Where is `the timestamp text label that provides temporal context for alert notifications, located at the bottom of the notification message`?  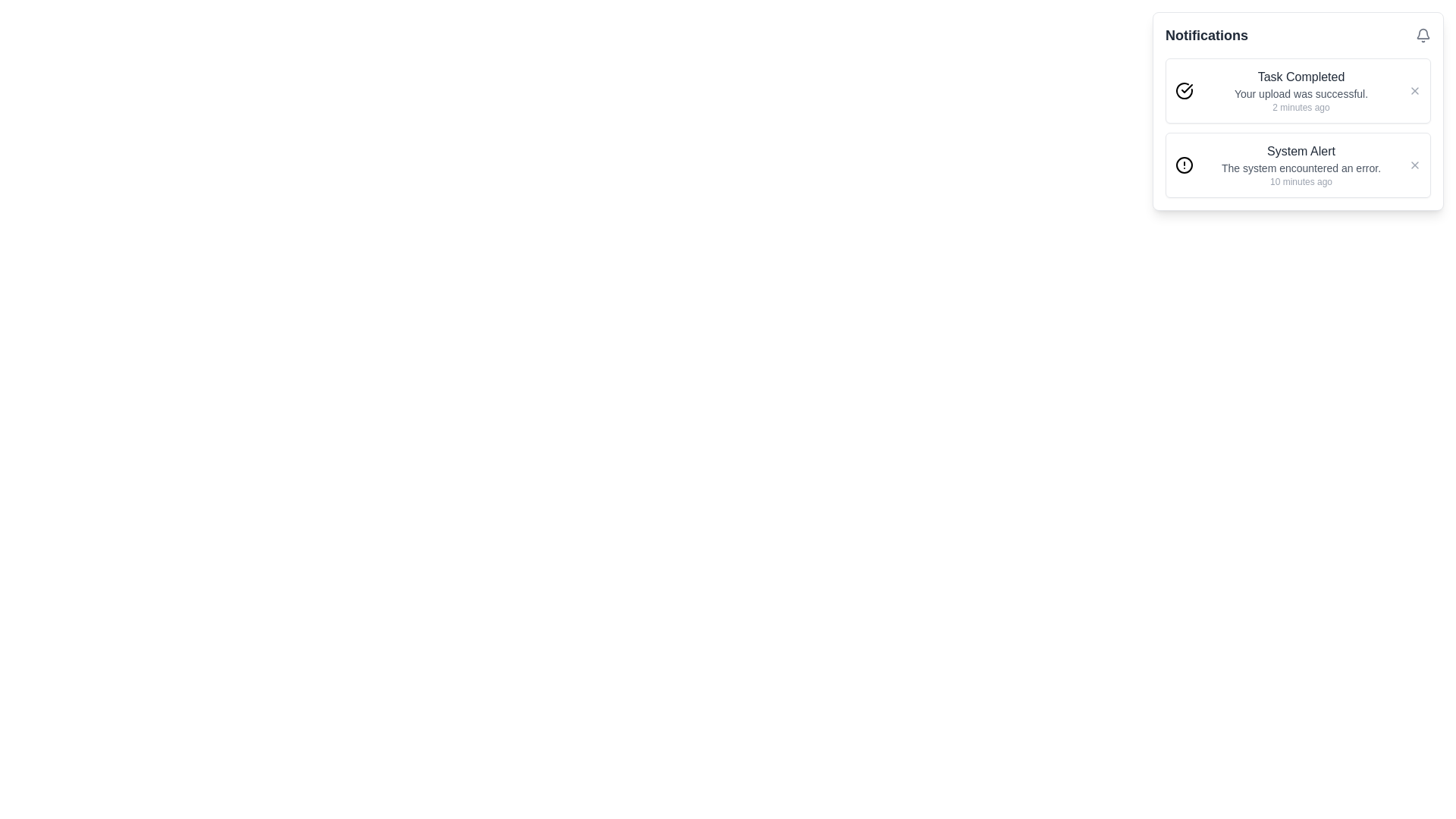
the timestamp text label that provides temporal context for alert notifications, located at the bottom of the notification message is located at coordinates (1301, 180).